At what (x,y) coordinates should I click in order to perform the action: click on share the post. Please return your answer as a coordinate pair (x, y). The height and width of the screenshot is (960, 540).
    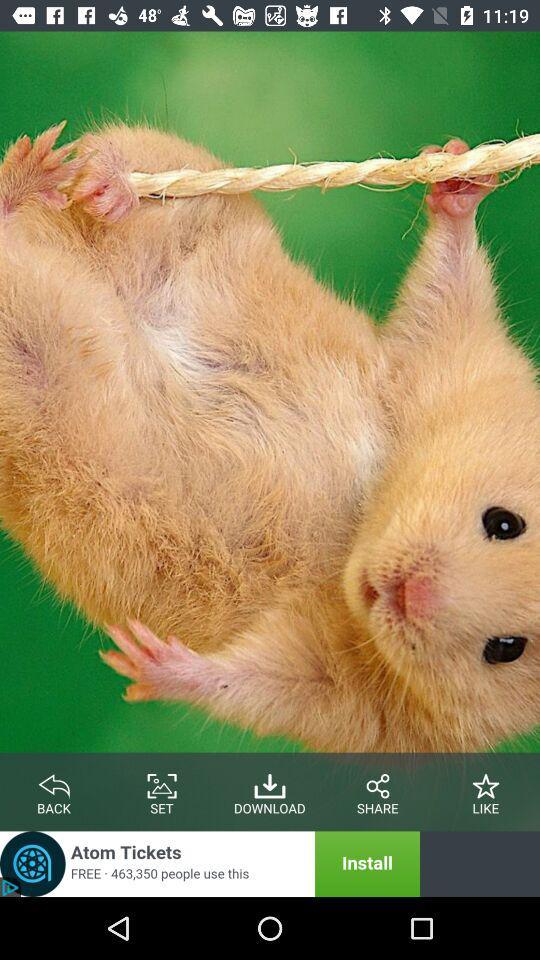
    Looking at the image, I should click on (378, 782).